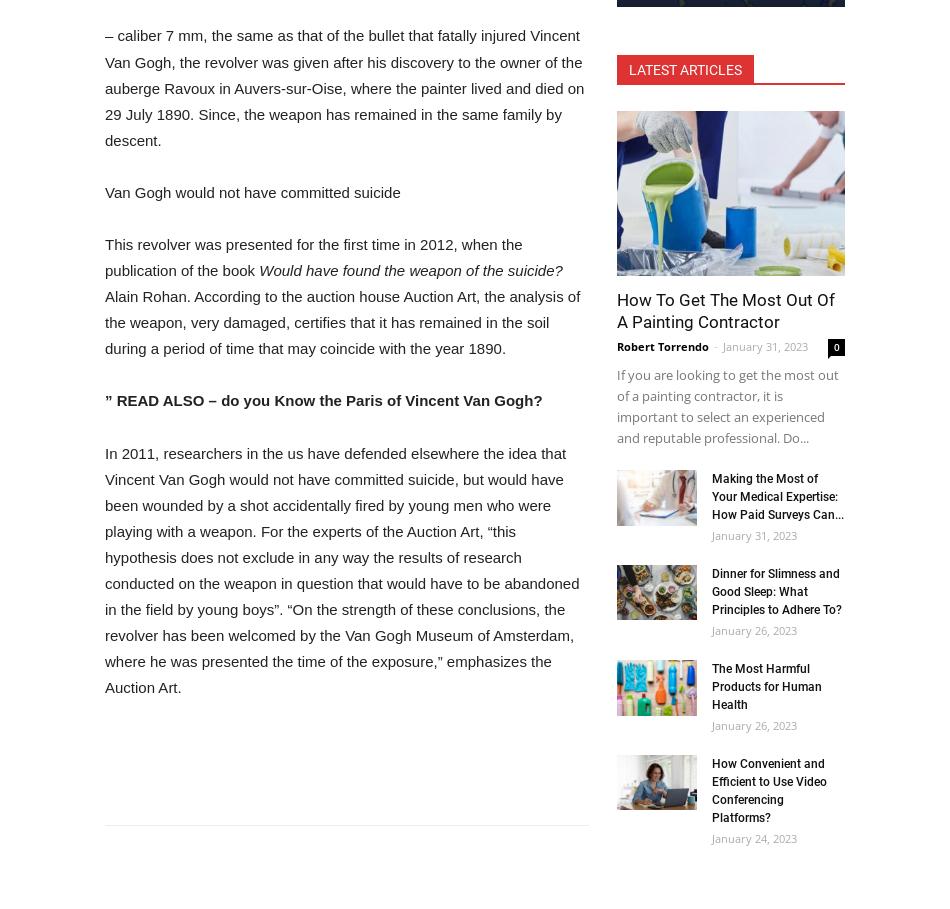  I want to click on '-', so click(715, 346).